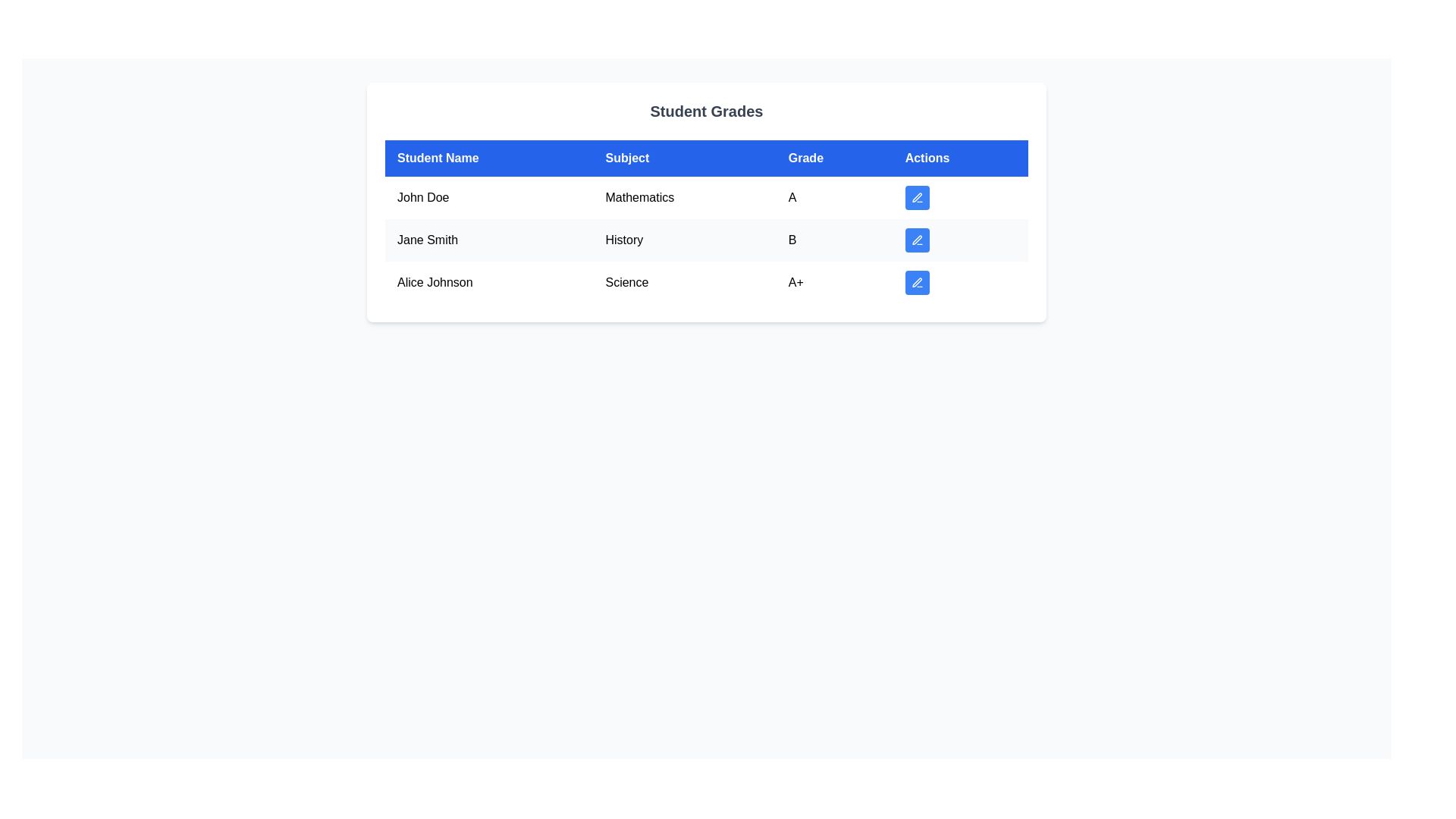 The width and height of the screenshot is (1456, 819). Describe the element at coordinates (705, 239) in the screenshot. I see `the second row of the 'Student Grades' table containing 'Jane Smith', 'History', and grade 'B'` at that location.